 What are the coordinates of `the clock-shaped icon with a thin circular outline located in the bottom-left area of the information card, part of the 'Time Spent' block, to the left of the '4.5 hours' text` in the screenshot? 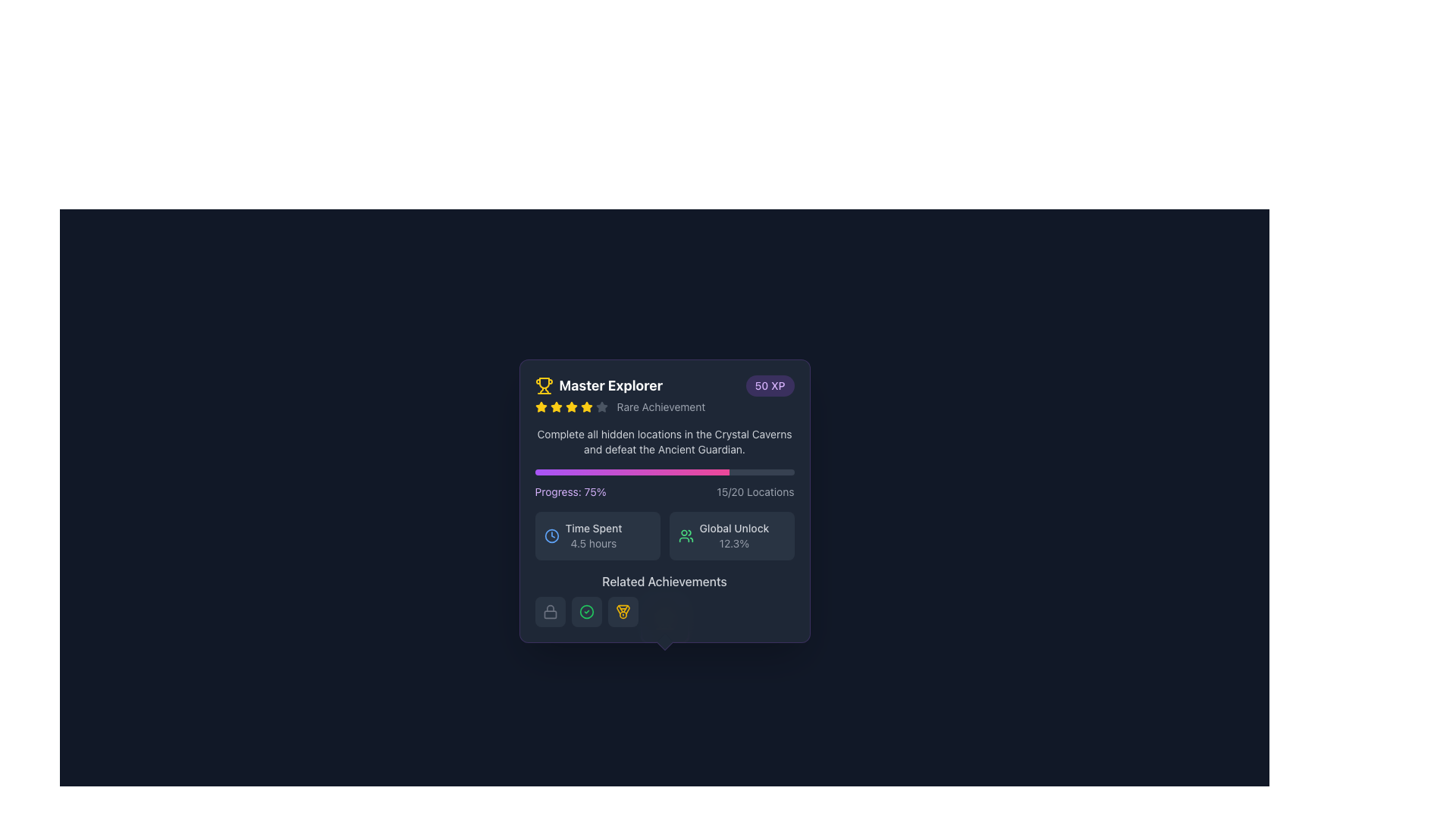 It's located at (551, 535).